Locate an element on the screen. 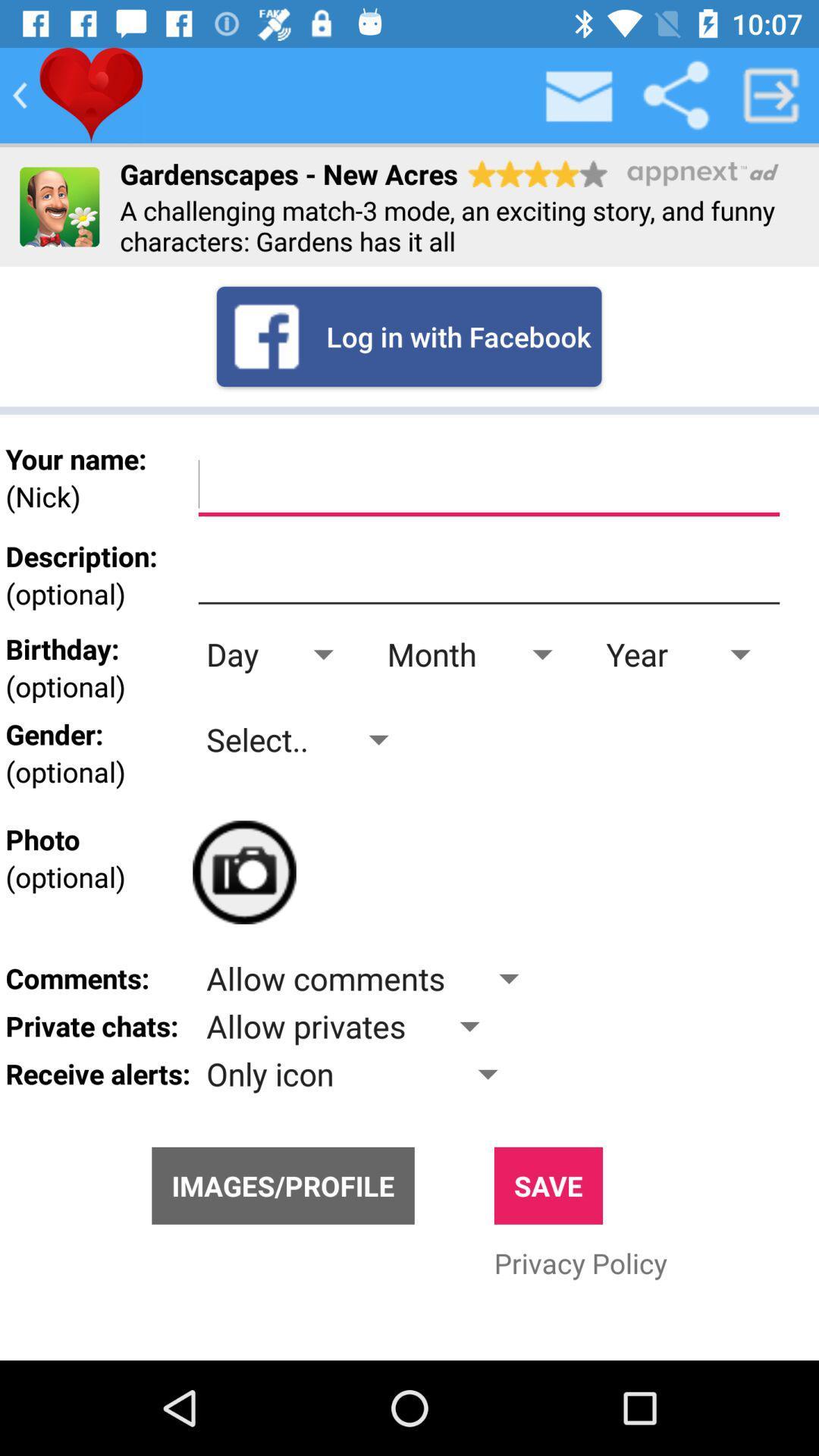  message senting button is located at coordinates (579, 94).